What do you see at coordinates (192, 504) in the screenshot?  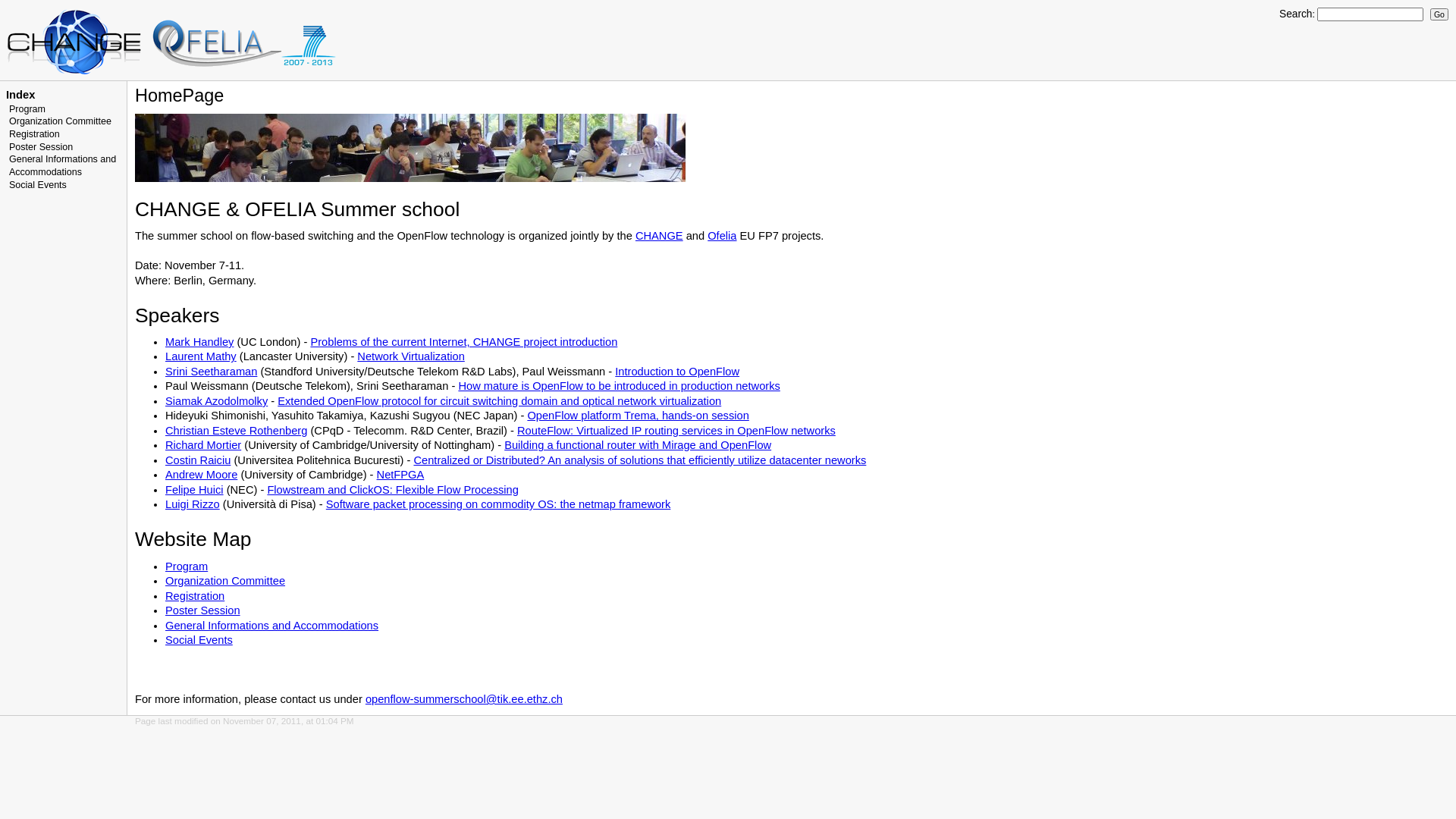 I see `'Luigi Rizzo'` at bounding box center [192, 504].